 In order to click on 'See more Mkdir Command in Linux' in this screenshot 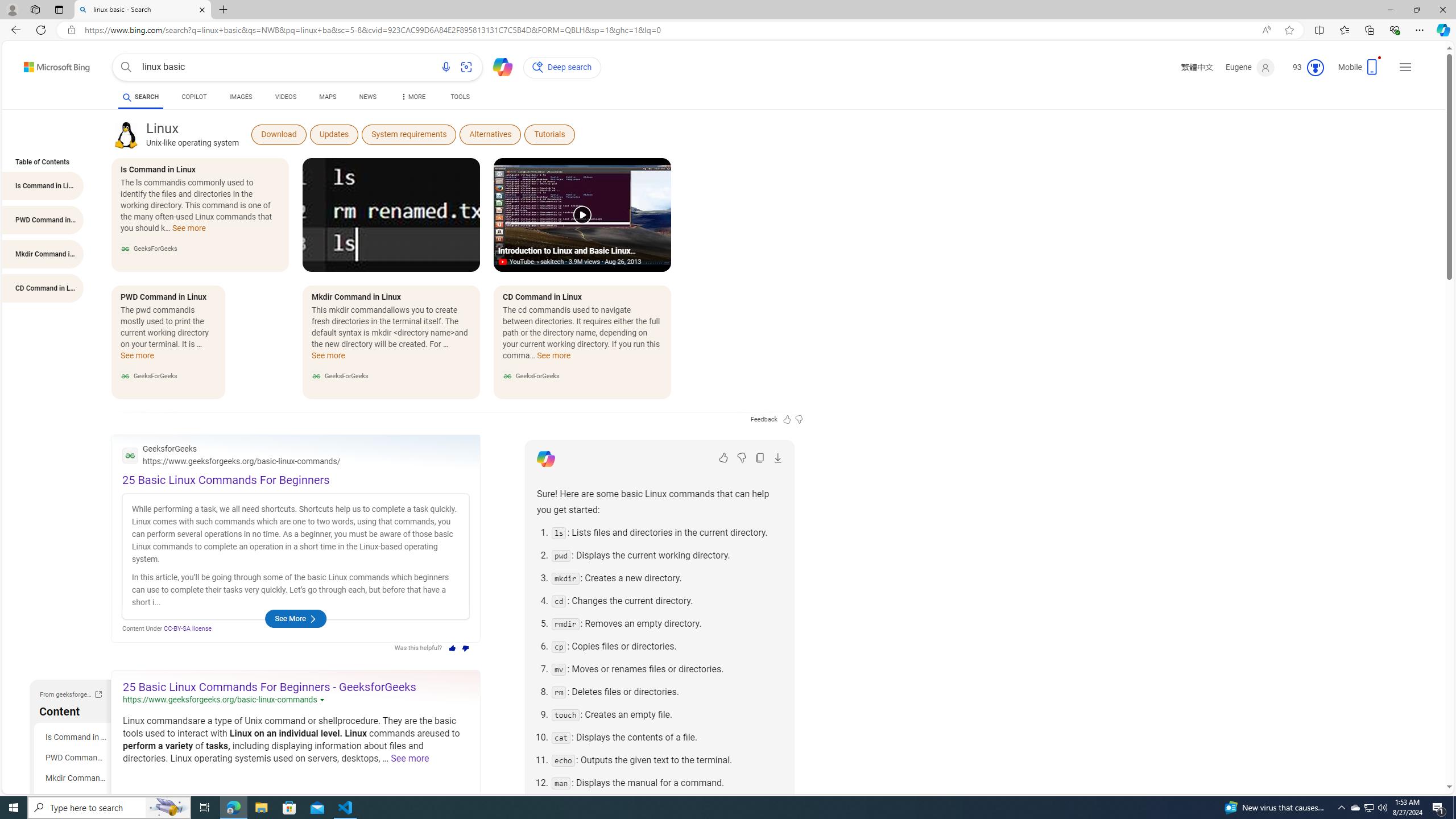, I will do `click(328, 359)`.